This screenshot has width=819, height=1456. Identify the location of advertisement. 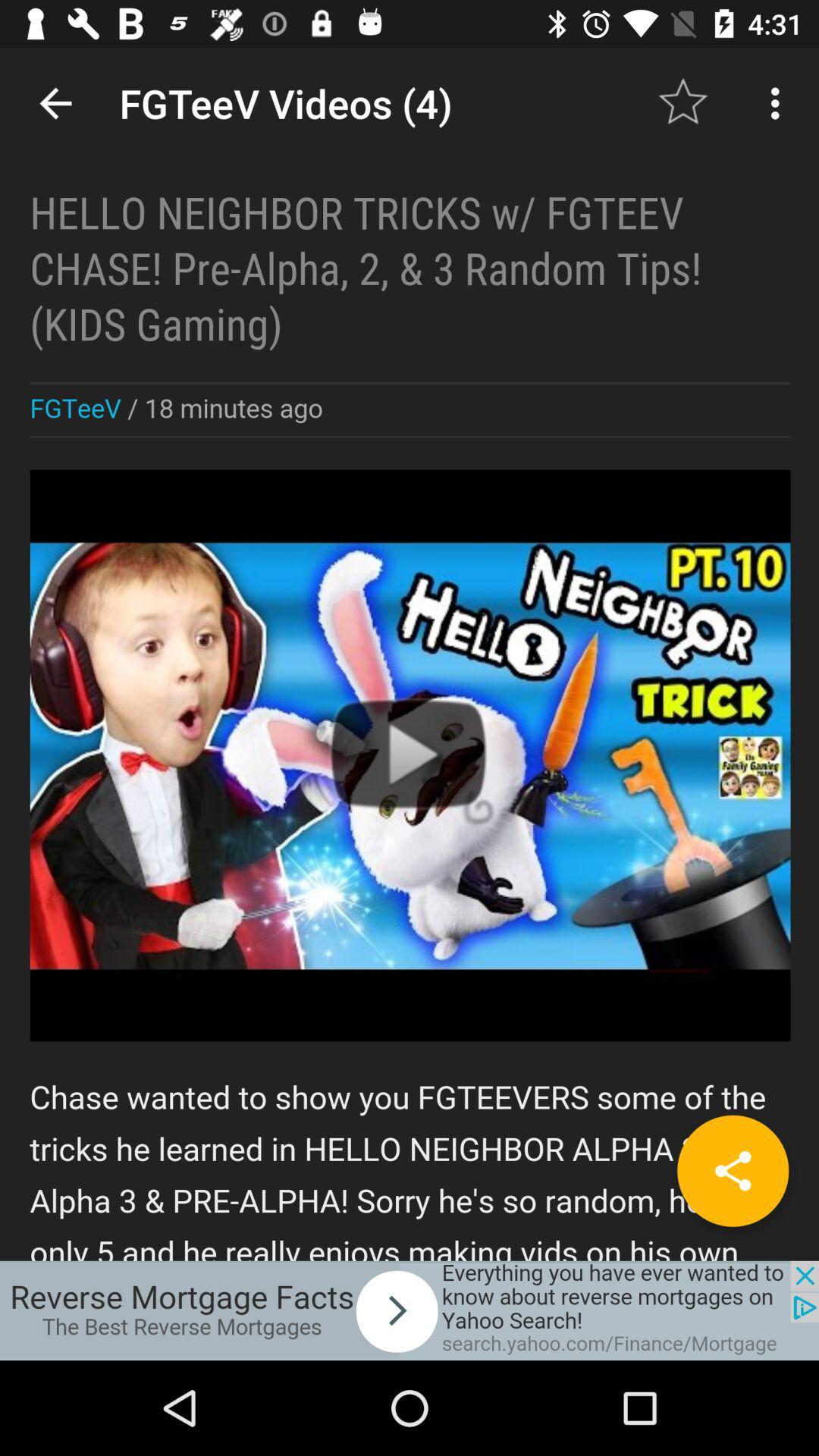
(409, 1310).